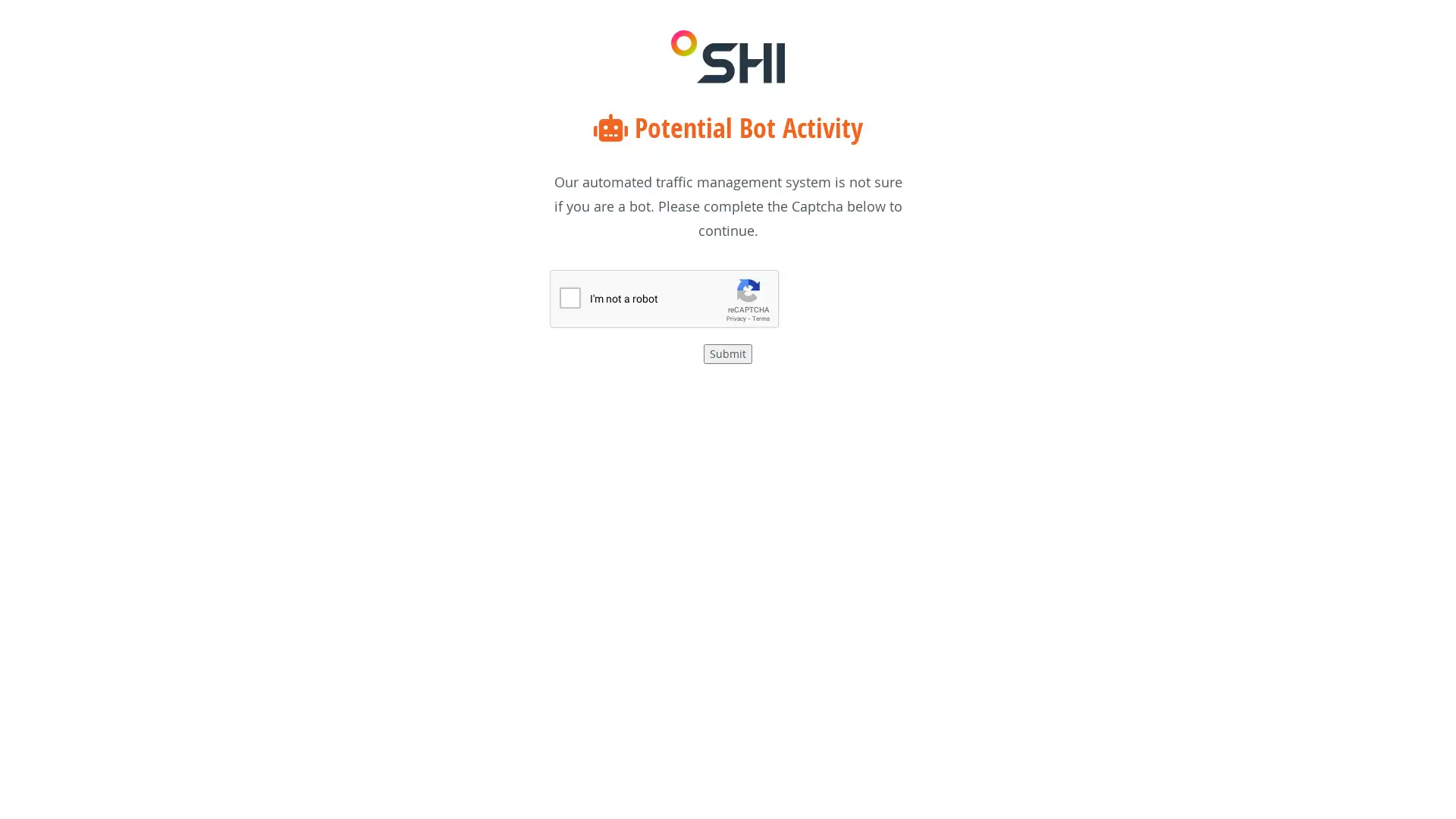 The height and width of the screenshot is (819, 1456). What do you see at coordinates (728, 353) in the screenshot?
I see `Submit` at bounding box center [728, 353].